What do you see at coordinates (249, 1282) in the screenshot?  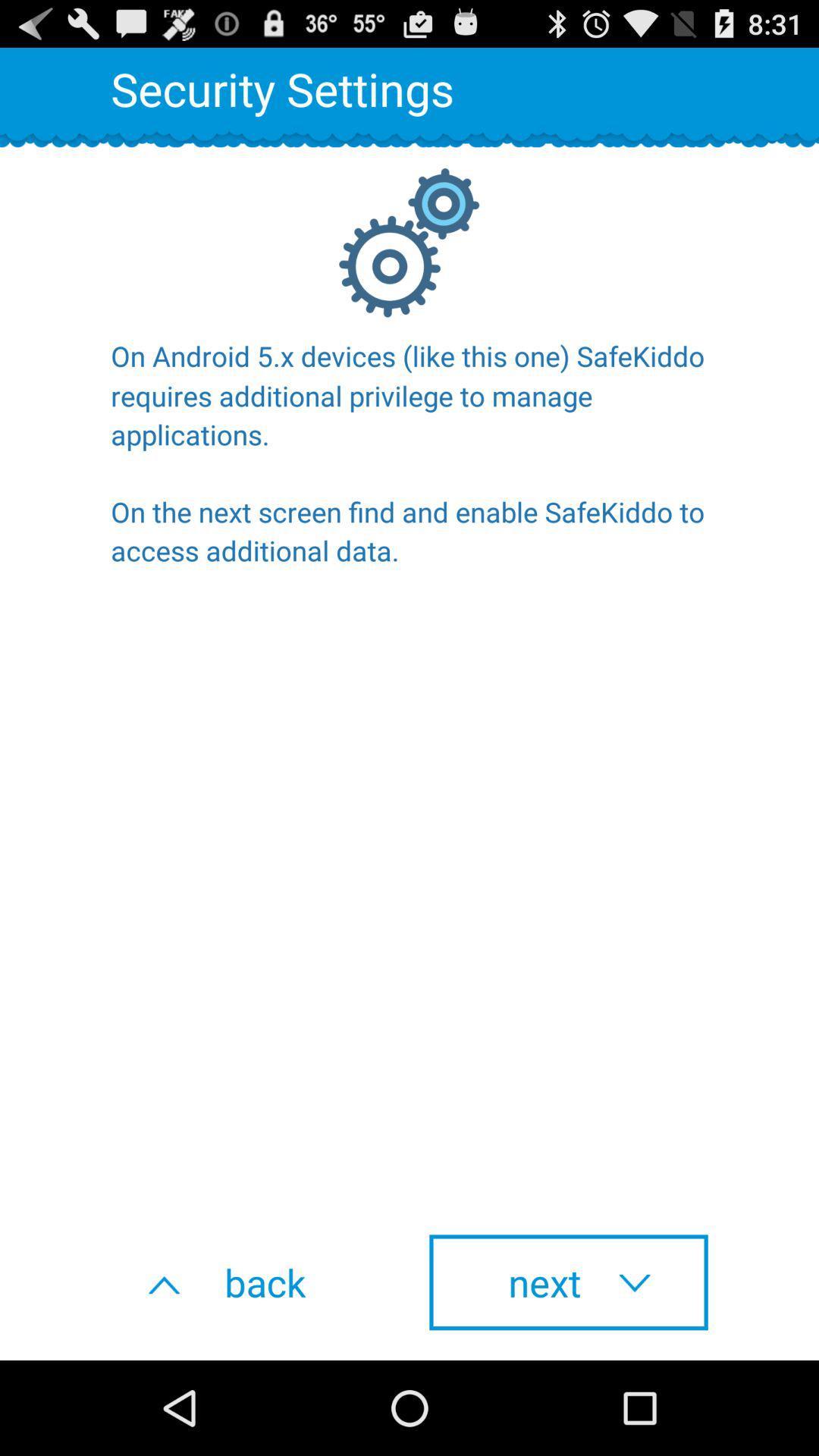 I see `the icon to the left of next` at bounding box center [249, 1282].